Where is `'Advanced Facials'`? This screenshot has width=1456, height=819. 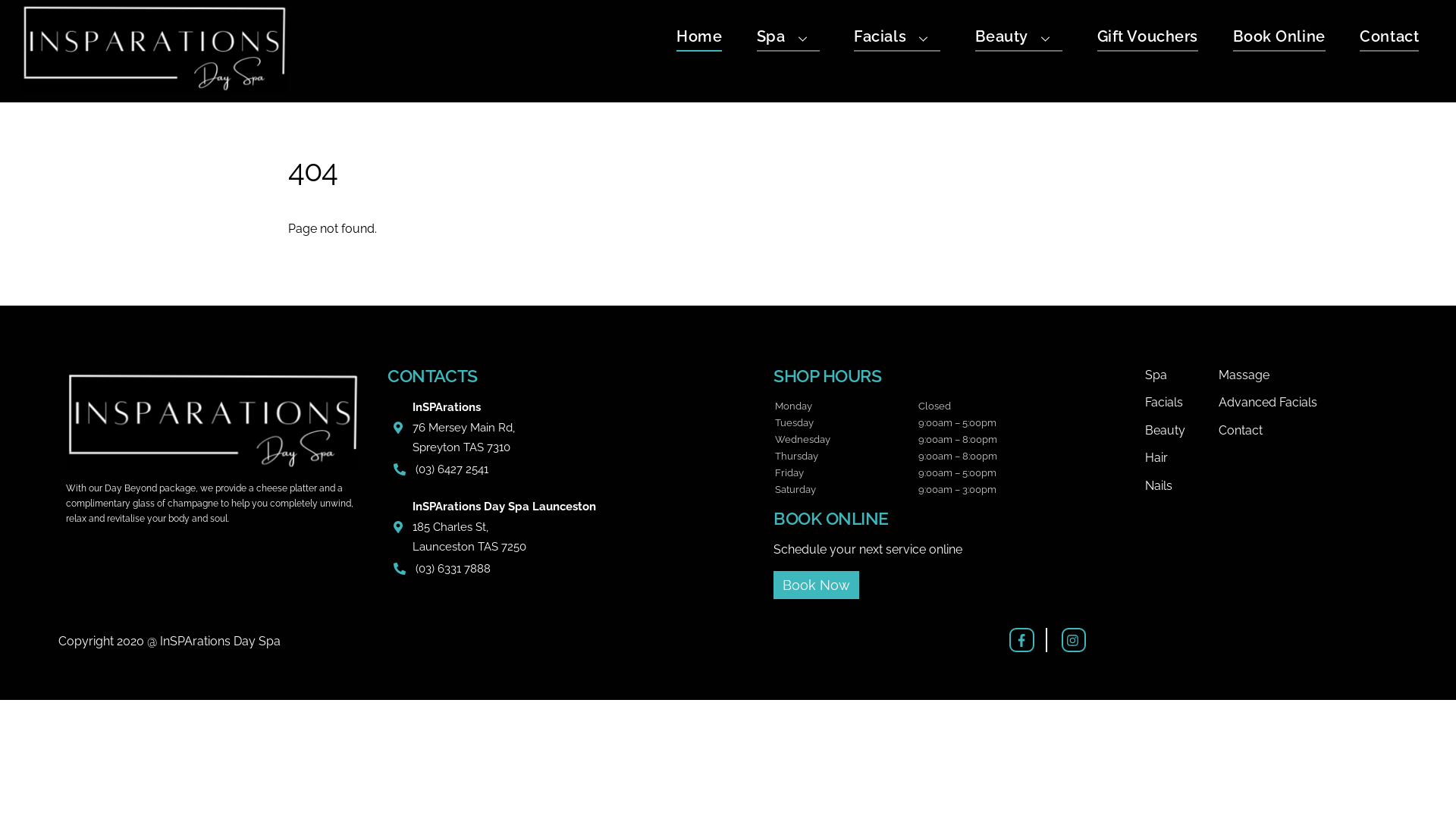
'Advanced Facials' is located at coordinates (1306, 402).